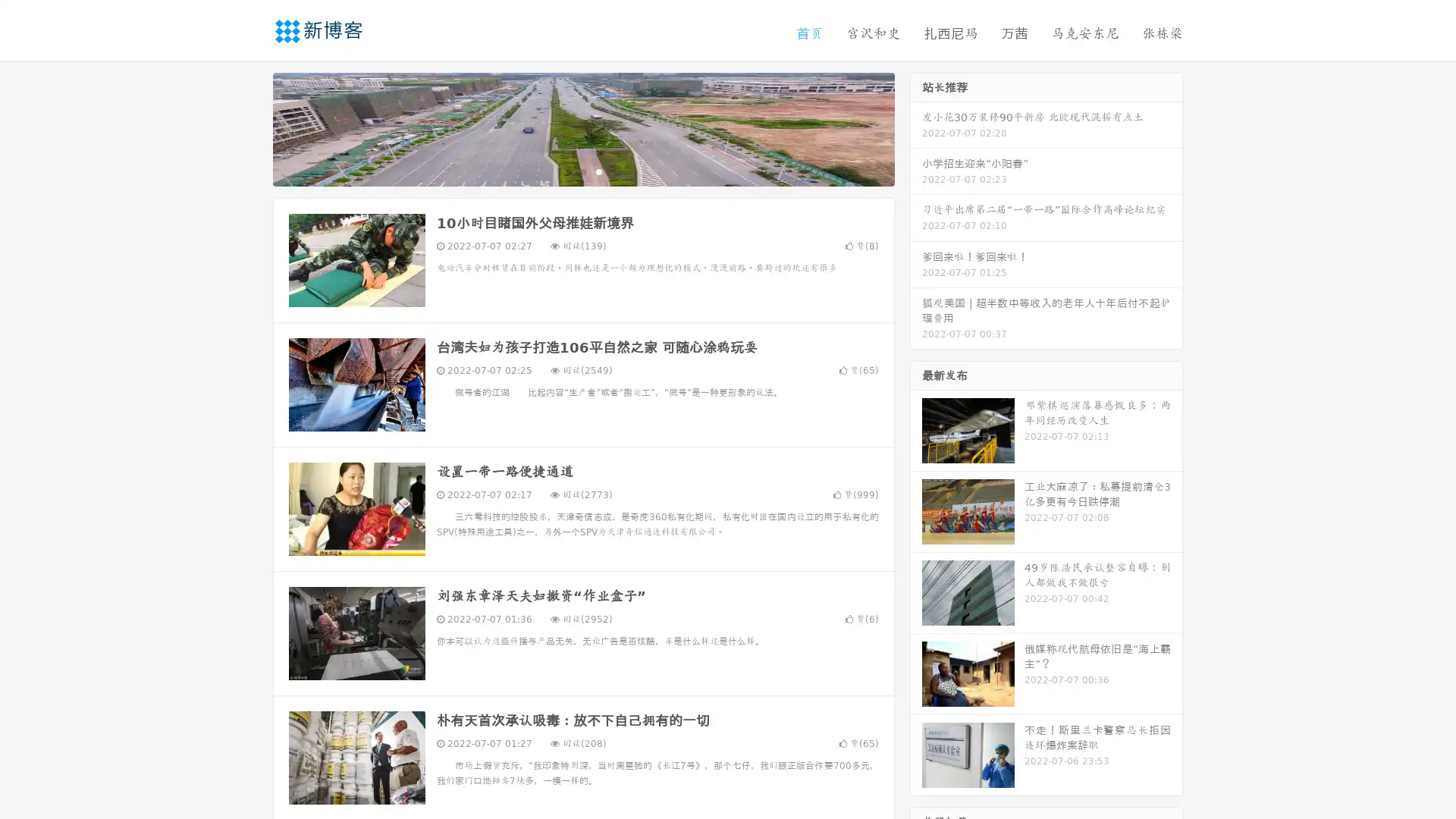 The width and height of the screenshot is (1456, 819). What do you see at coordinates (916, 127) in the screenshot?
I see `Next slide` at bounding box center [916, 127].